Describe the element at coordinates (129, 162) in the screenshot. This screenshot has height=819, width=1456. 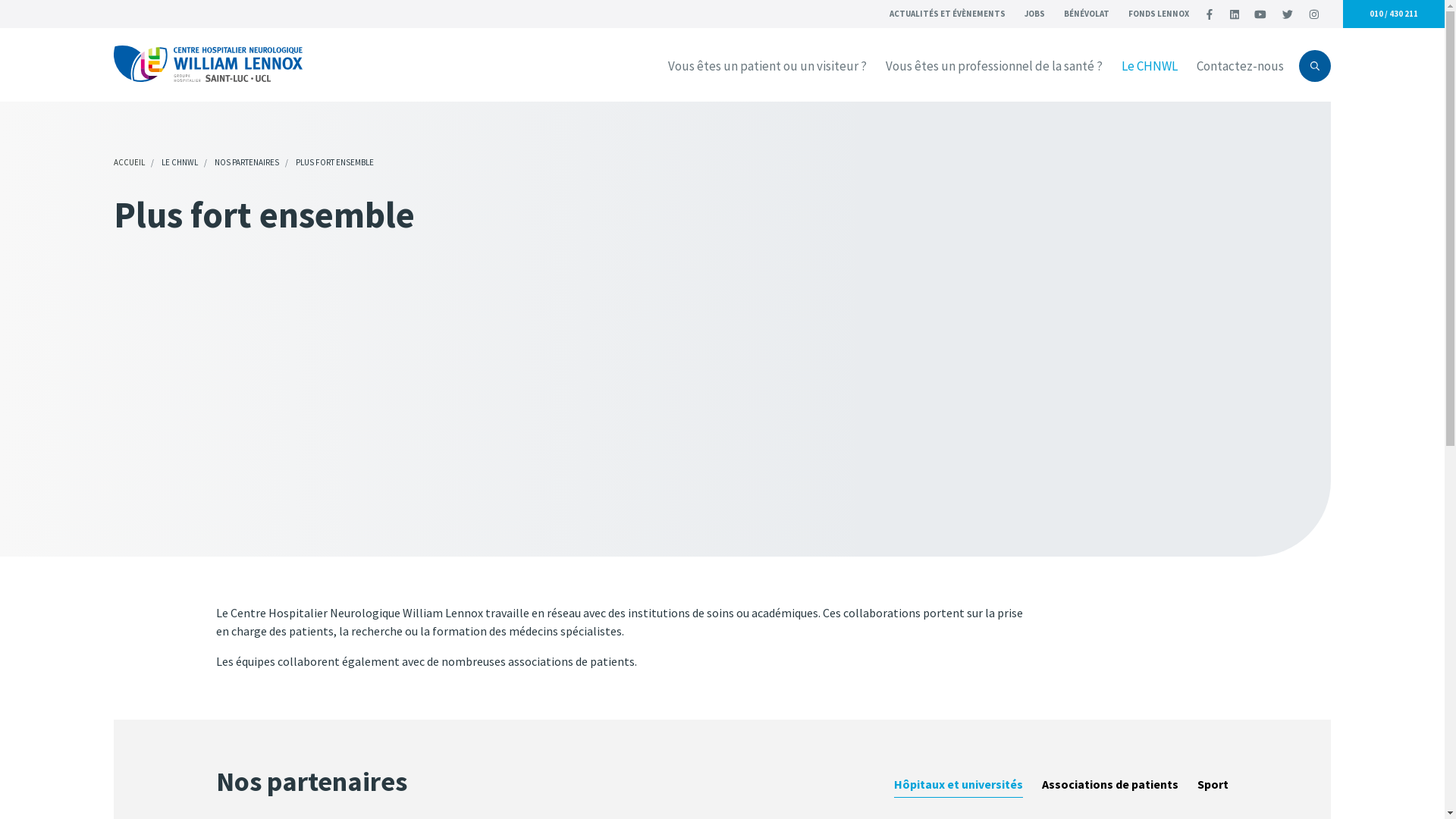
I see `'ACCUEIL'` at that location.